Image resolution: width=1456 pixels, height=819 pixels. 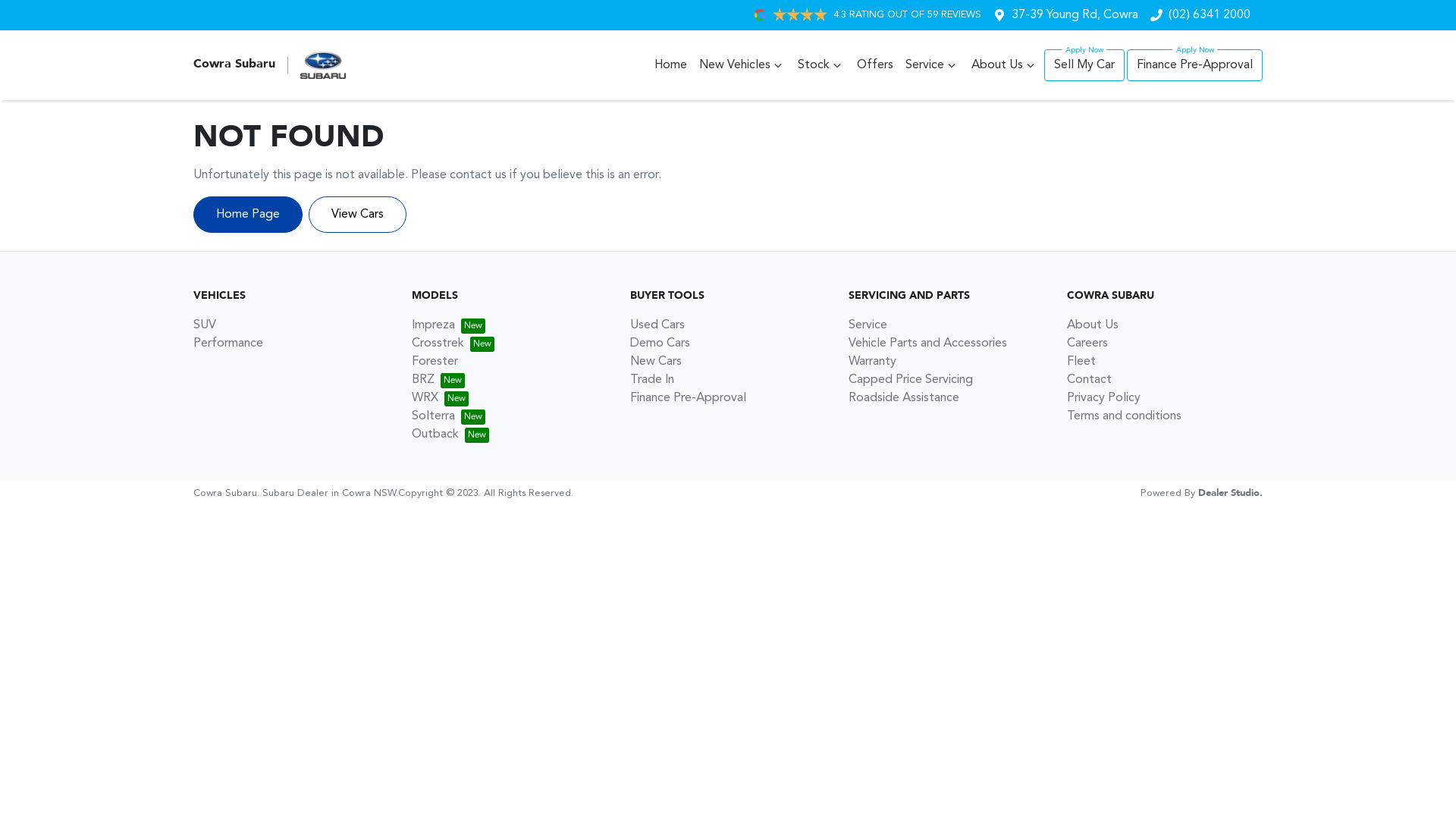 I want to click on '(02) 6341 2000', so click(x=1208, y=14).